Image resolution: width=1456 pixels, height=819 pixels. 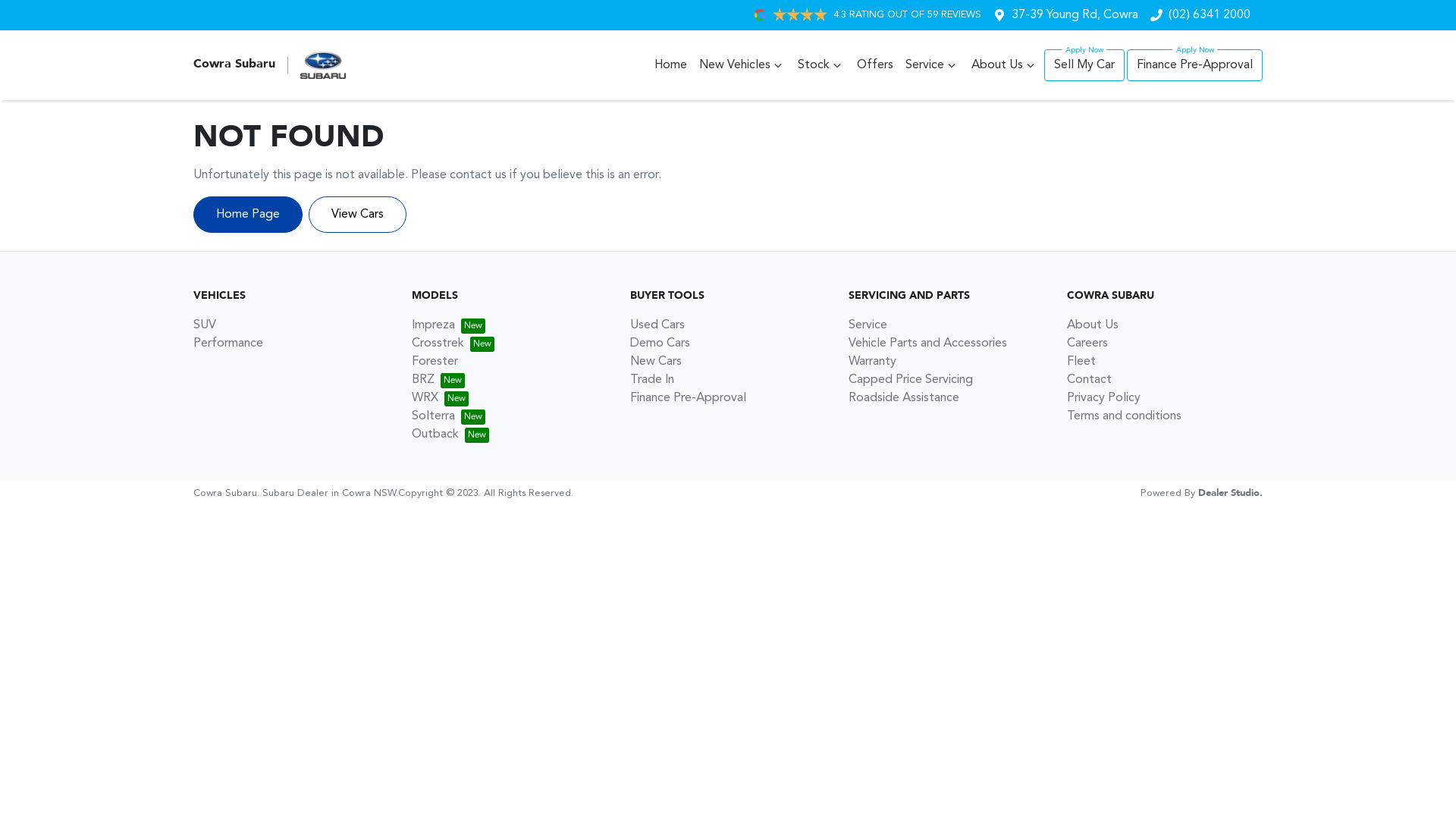 I want to click on '(02) 6341 2000', so click(x=1208, y=14).